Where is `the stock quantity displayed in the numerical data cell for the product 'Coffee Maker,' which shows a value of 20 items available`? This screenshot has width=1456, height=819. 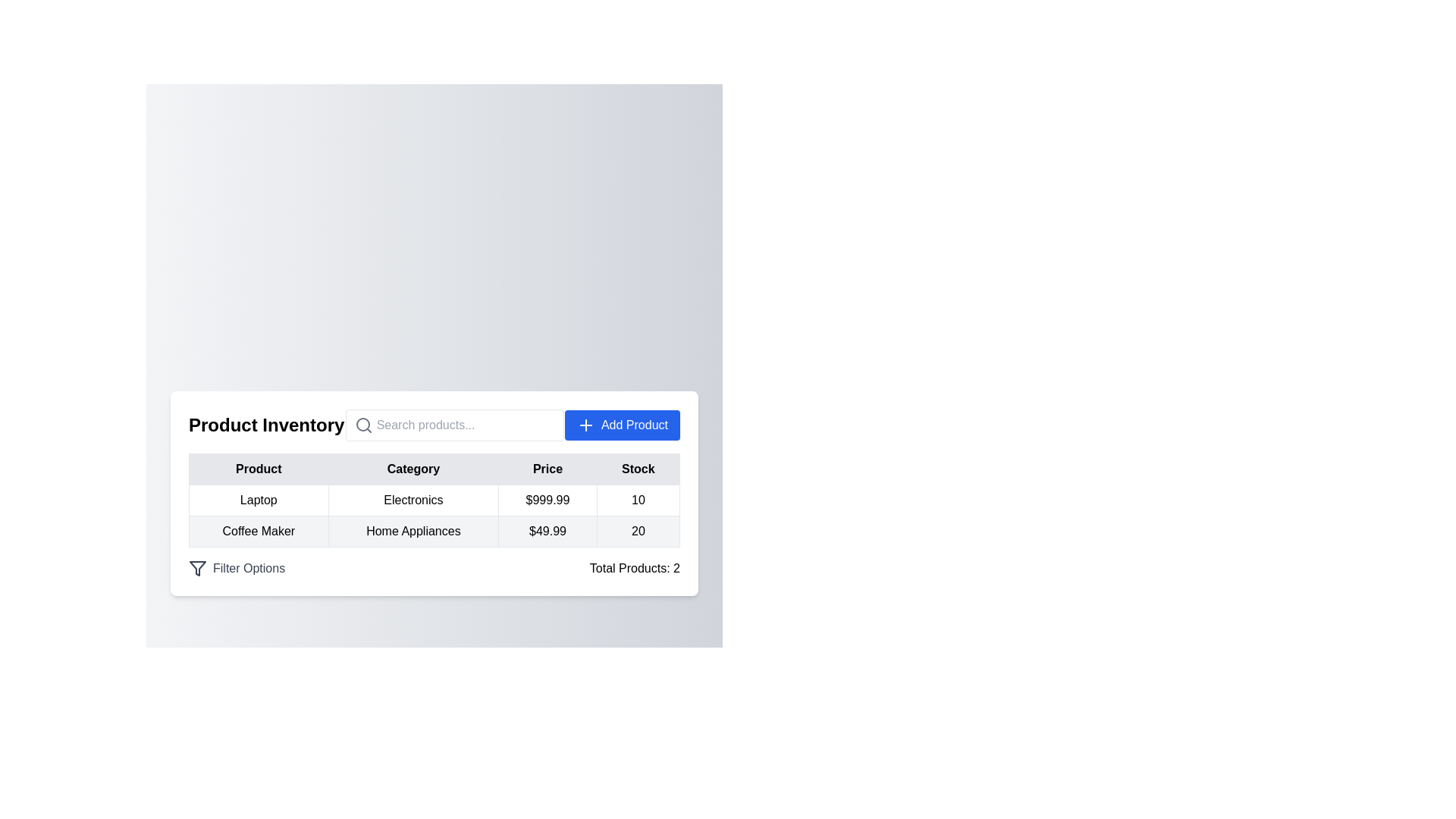
the stock quantity displayed in the numerical data cell for the product 'Coffee Maker,' which shows a value of 20 items available is located at coordinates (638, 531).